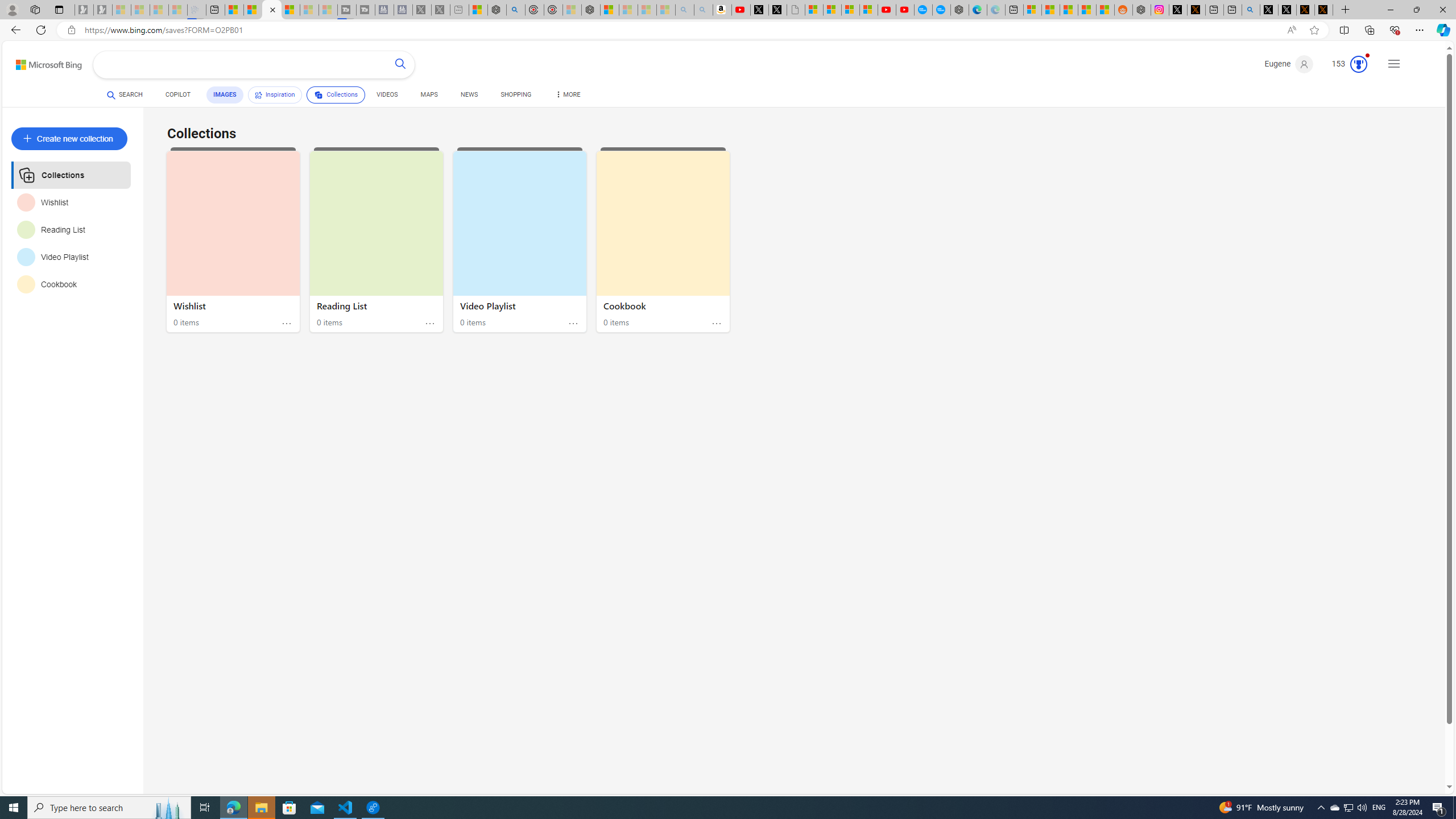 This screenshot has height=819, width=1456. Describe the element at coordinates (1287, 9) in the screenshot. I see `'GitHub (@github) / X'` at that location.